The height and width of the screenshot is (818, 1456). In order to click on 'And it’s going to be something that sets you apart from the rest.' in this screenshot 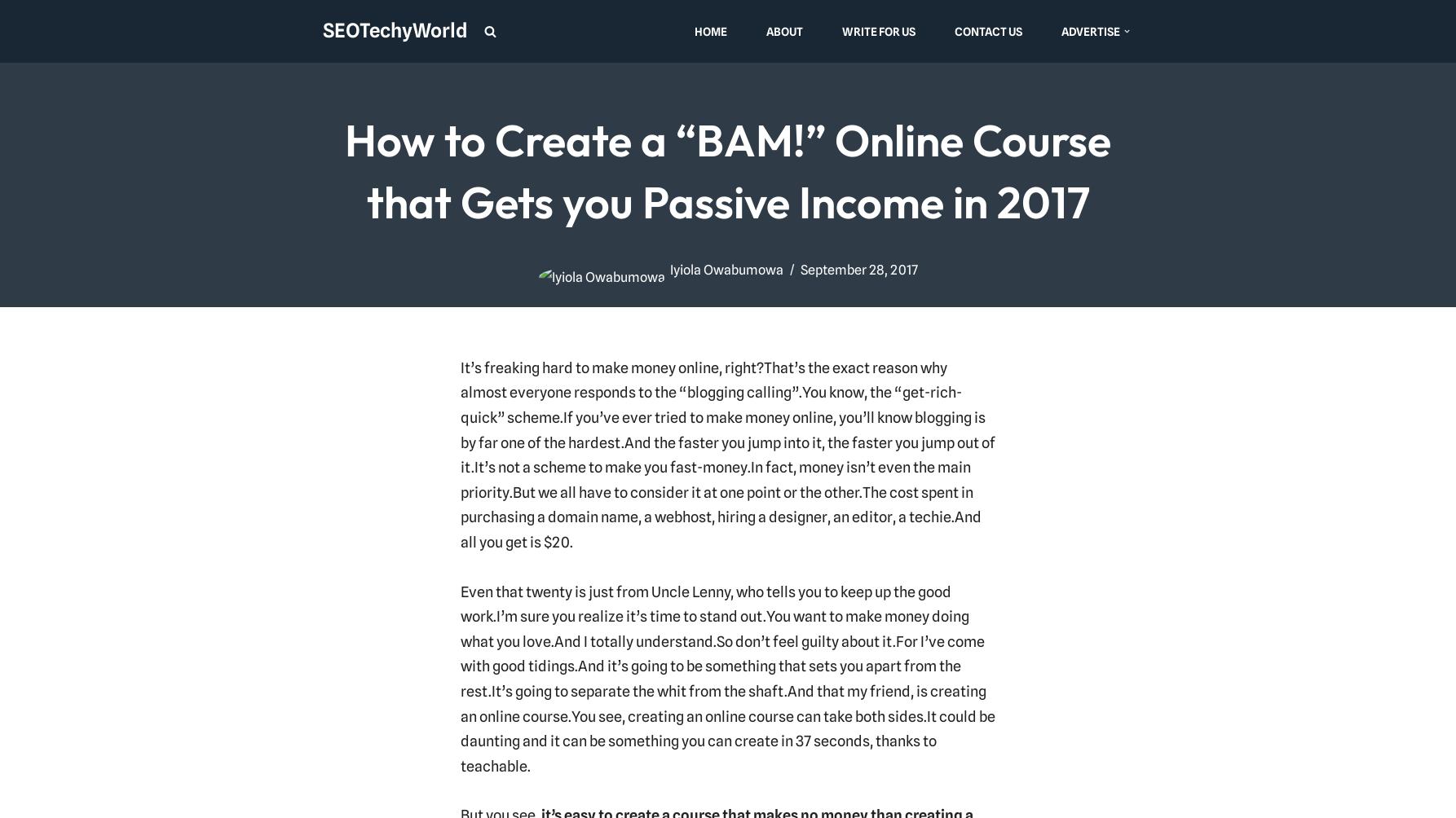, I will do `click(459, 678)`.